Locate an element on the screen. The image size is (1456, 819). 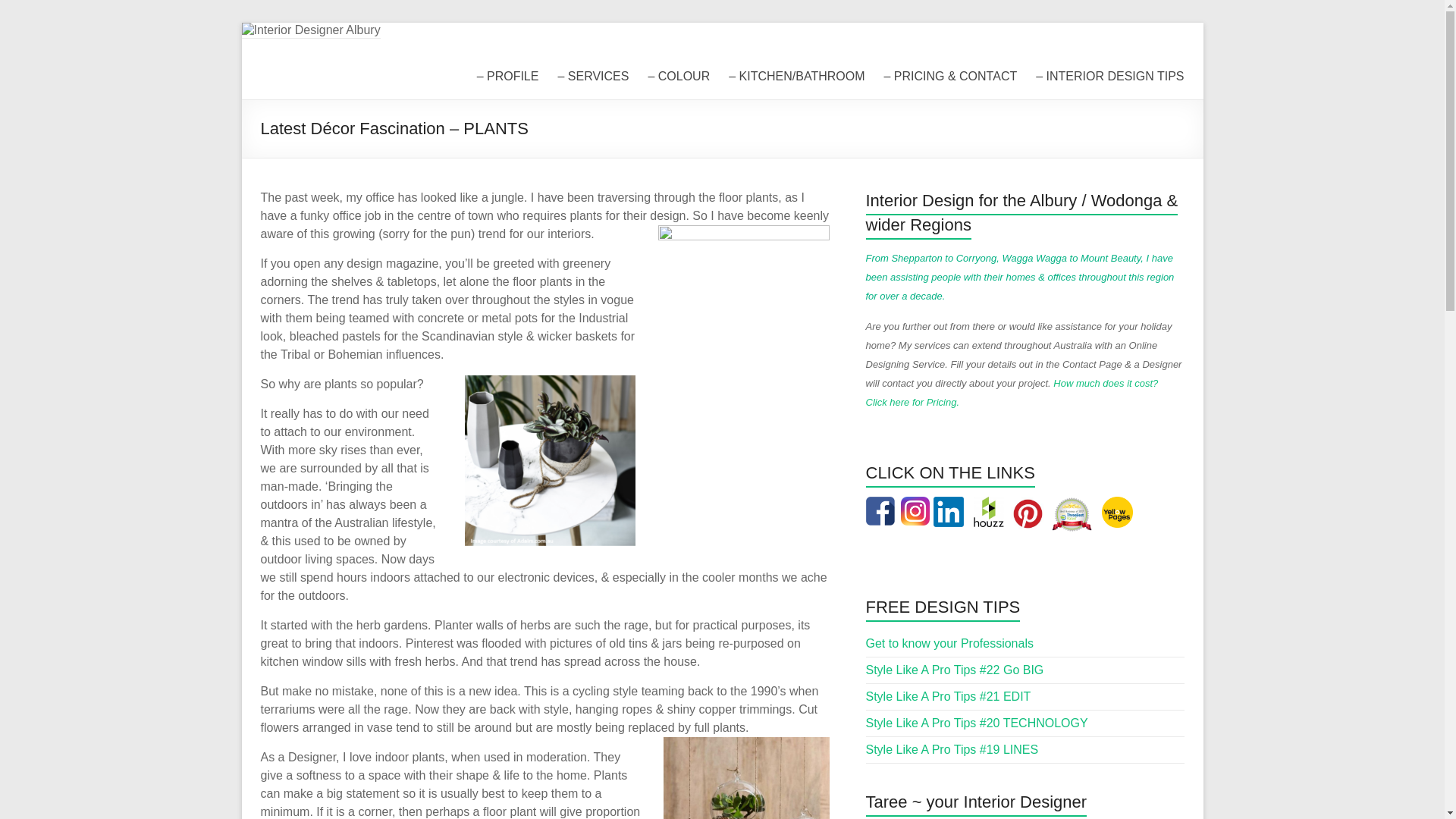
'Style Like A Pro Tips #21 EDIT' is located at coordinates (948, 696).